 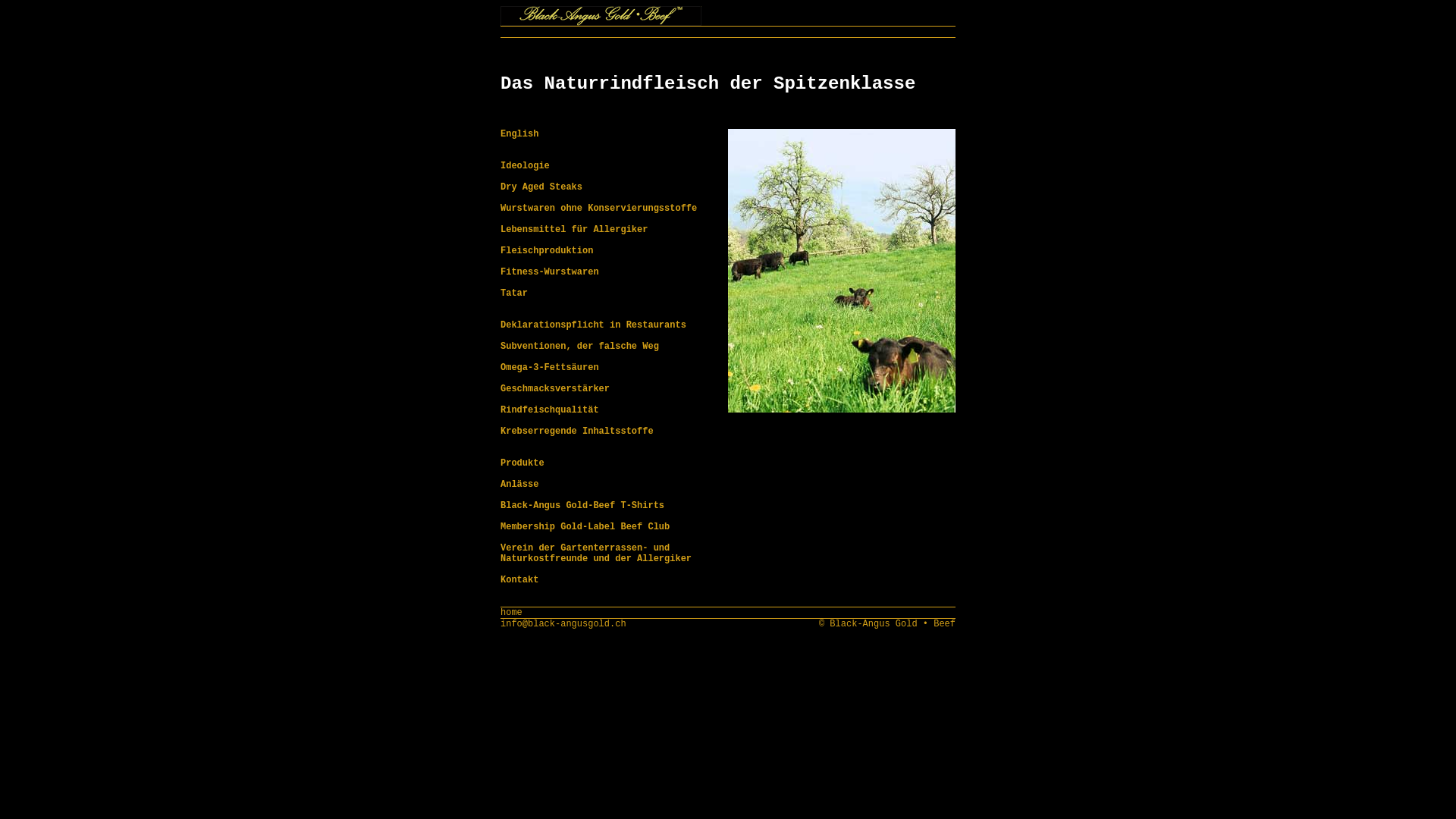 What do you see at coordinates (592, 324) in the screenshot?
I see `'Deklarationspflicht in Restaurants'` at bounding box center [592, 324].